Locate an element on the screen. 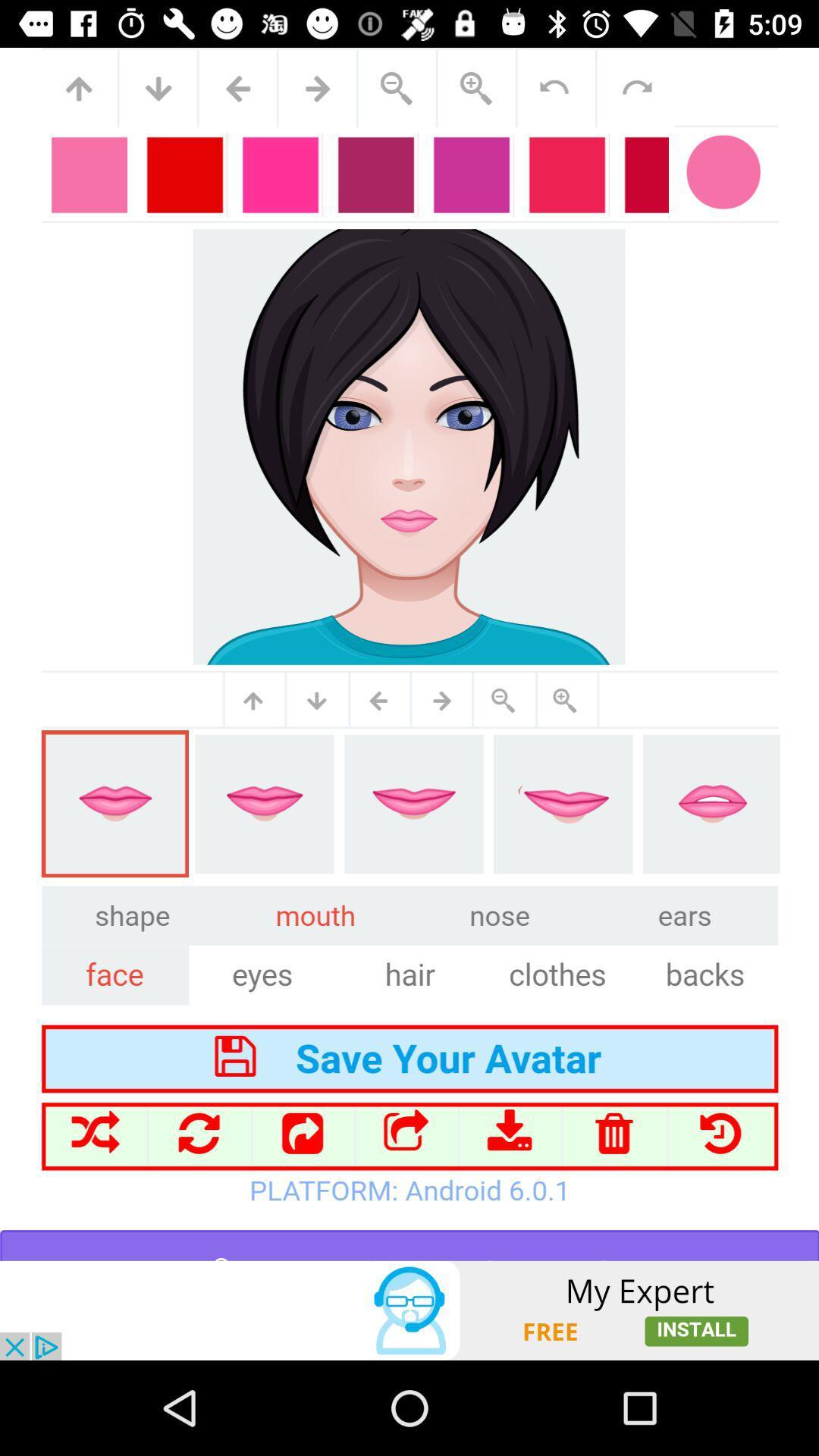  advertisement is located at coordinates (409, 1310).